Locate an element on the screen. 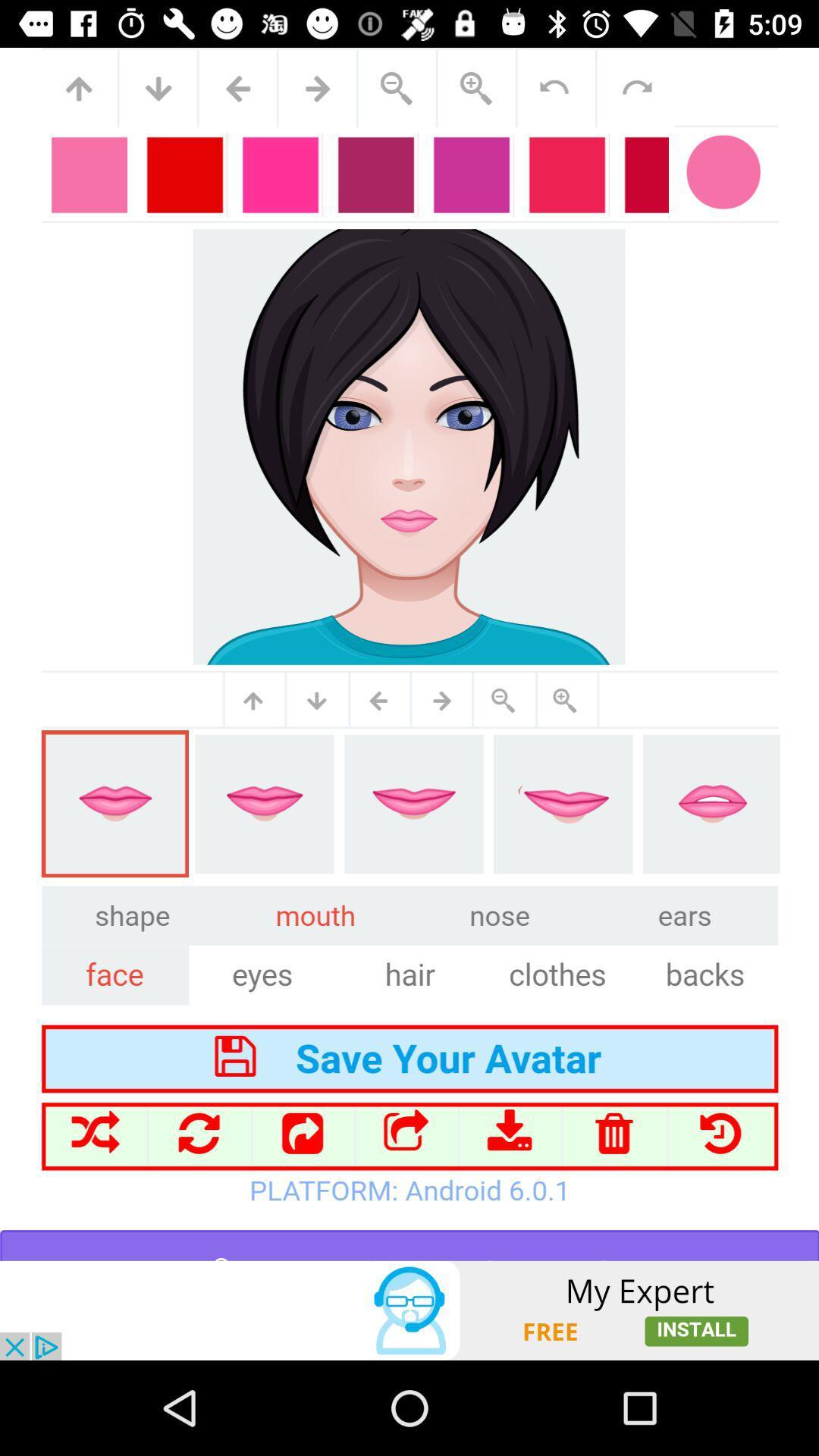  advertisement is located at coordinates (409, 1310).